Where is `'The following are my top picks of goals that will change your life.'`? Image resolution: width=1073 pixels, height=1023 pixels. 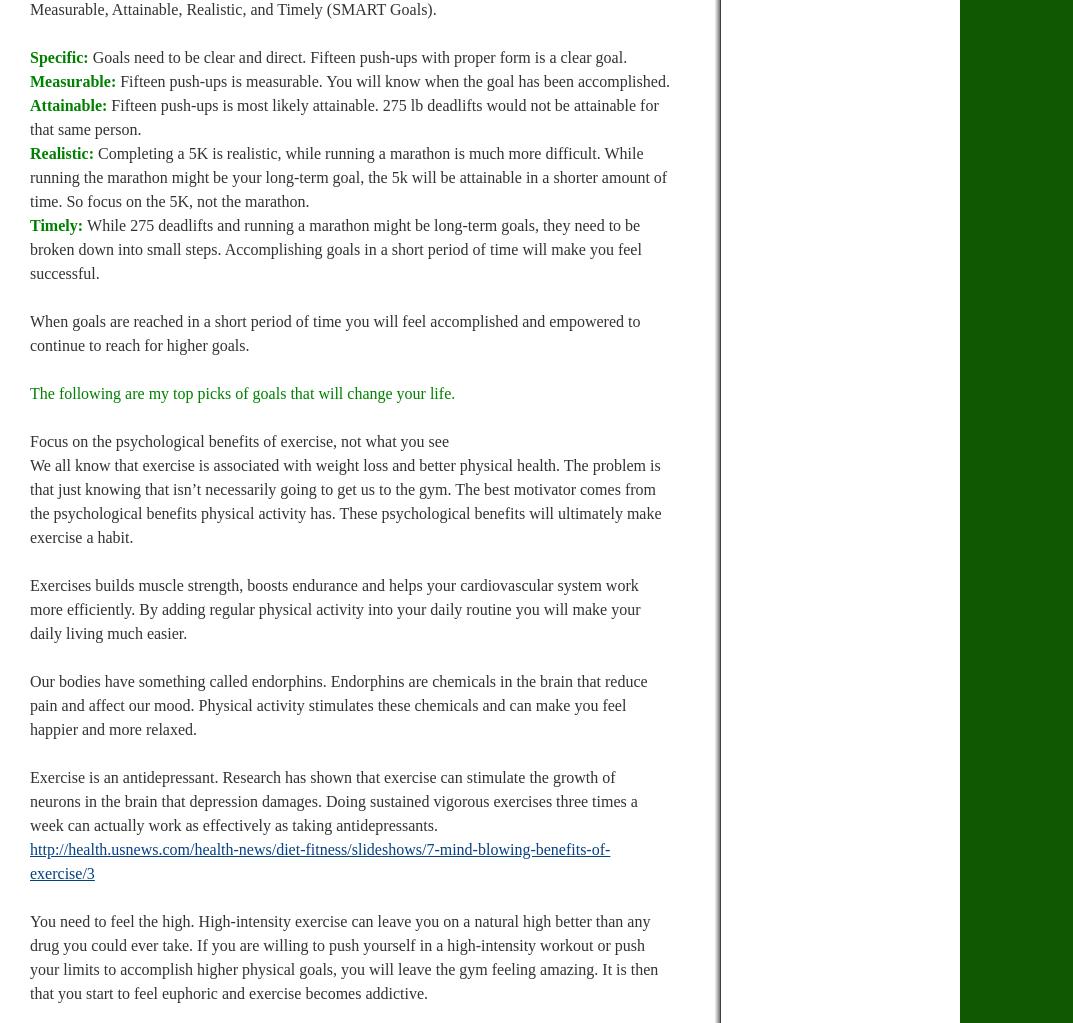
'The following are my top picks of goals that will change your life.' is located at coordinates (29, 392).